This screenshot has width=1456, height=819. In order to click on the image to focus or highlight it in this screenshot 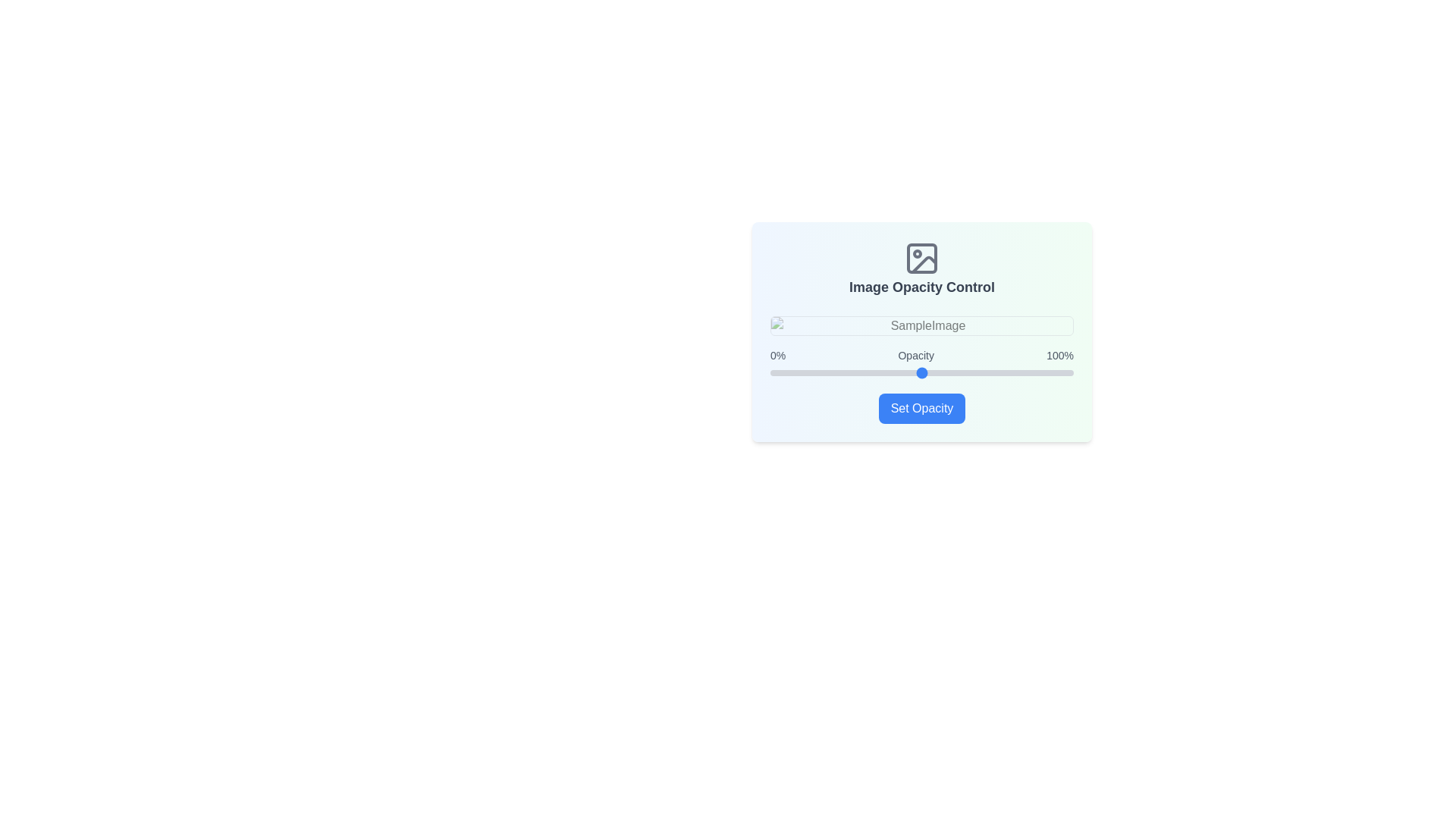, I will do `click(921, 325)`.